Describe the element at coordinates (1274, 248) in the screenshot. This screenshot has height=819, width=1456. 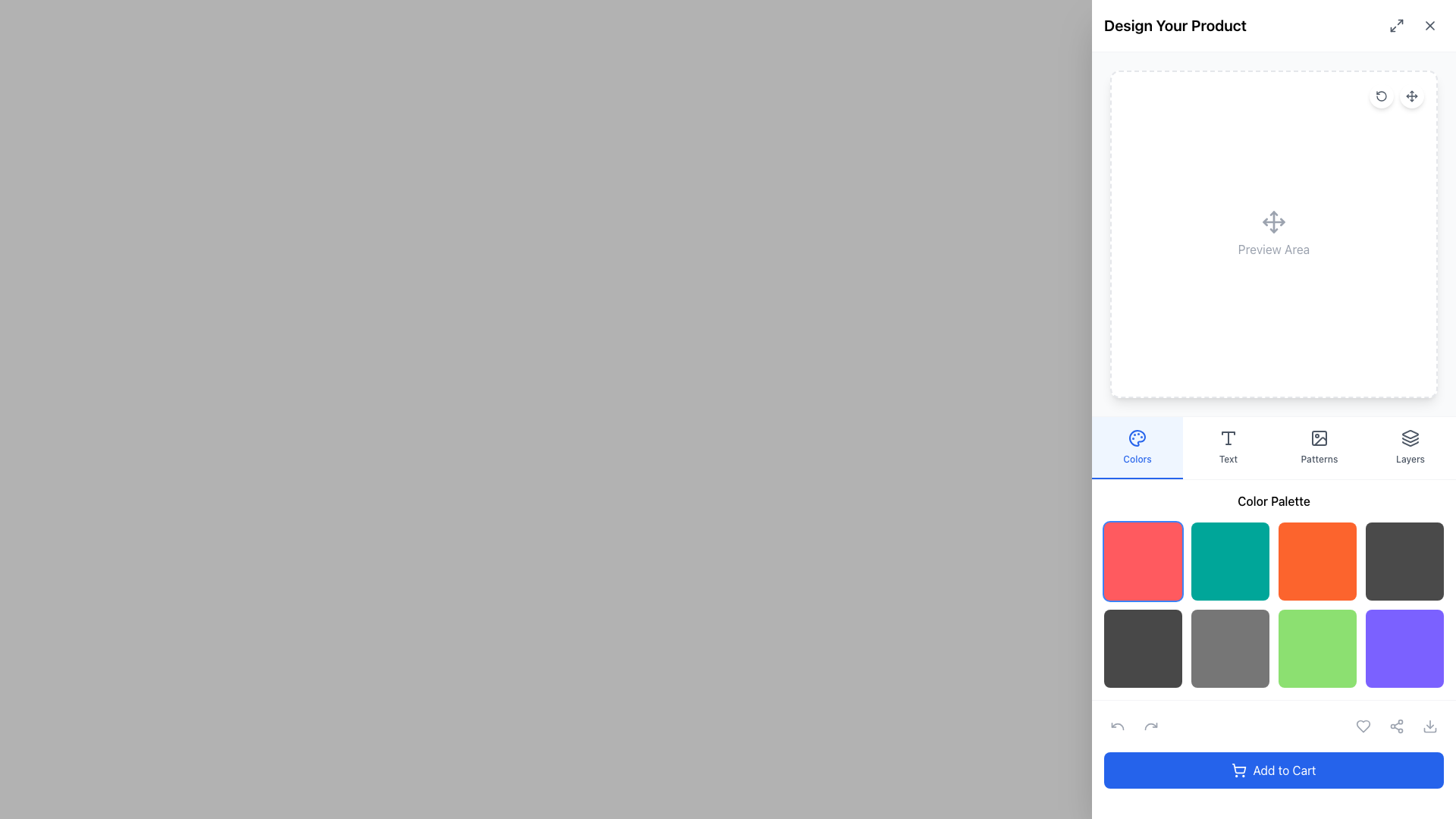
I see `the informational text label located centrally below the draggable icon in the design preview section on the right-hand side of the interface` at that location.